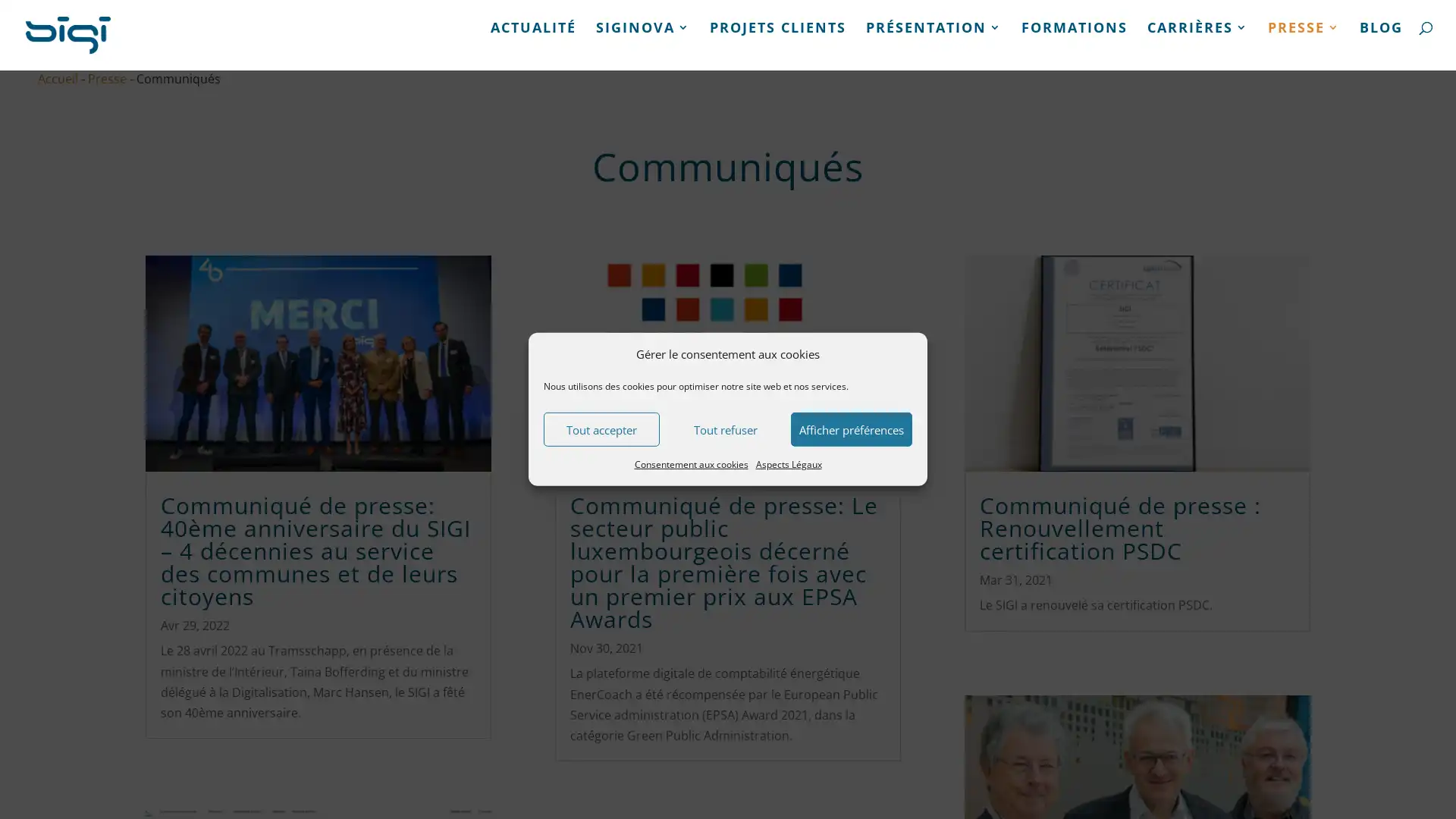 The width and height of the screenshot is (1456, 819). I want to click on Tout accepter, so click(601, 429).